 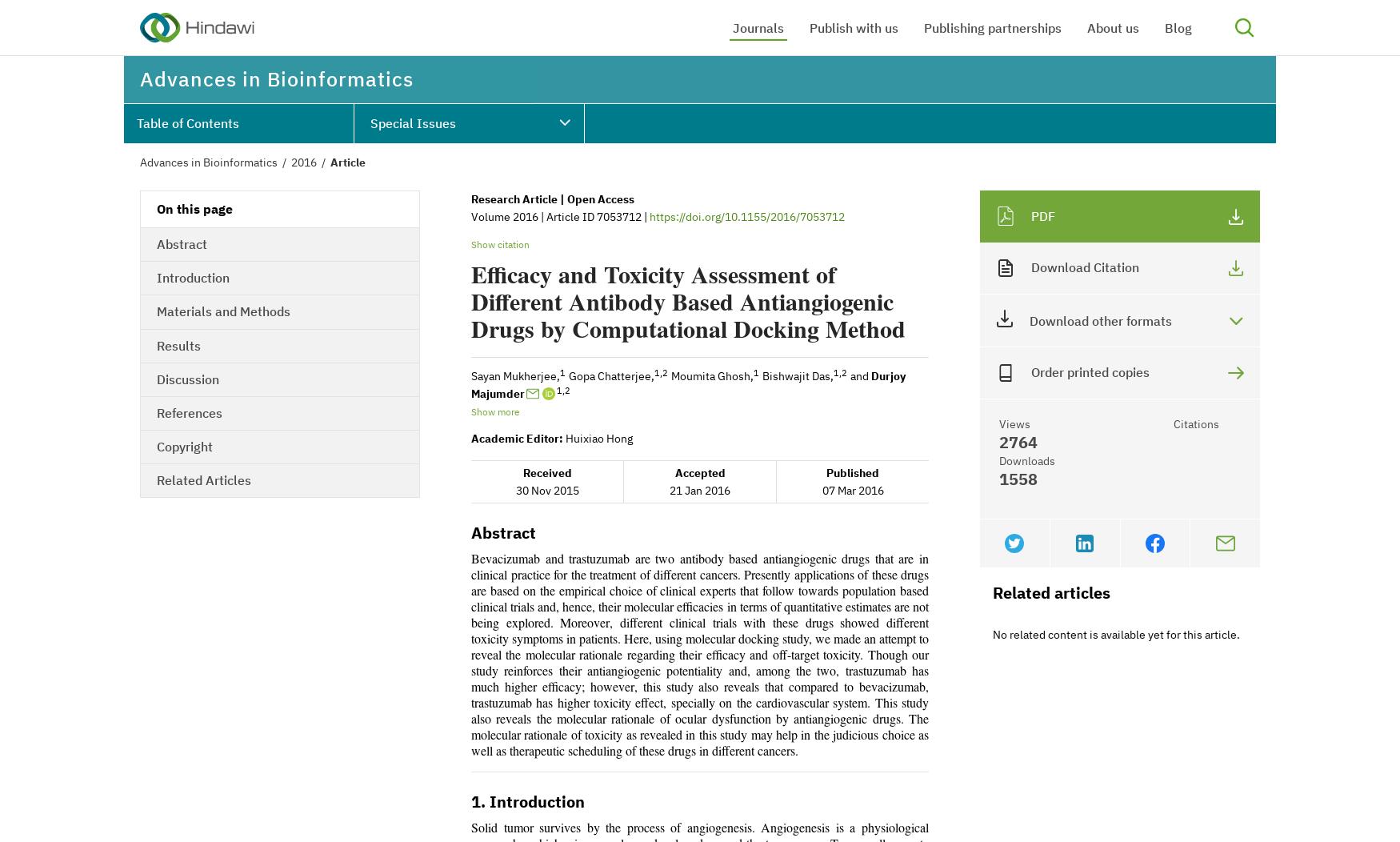 I want to click on 'Results', so click(x=178, y=344).